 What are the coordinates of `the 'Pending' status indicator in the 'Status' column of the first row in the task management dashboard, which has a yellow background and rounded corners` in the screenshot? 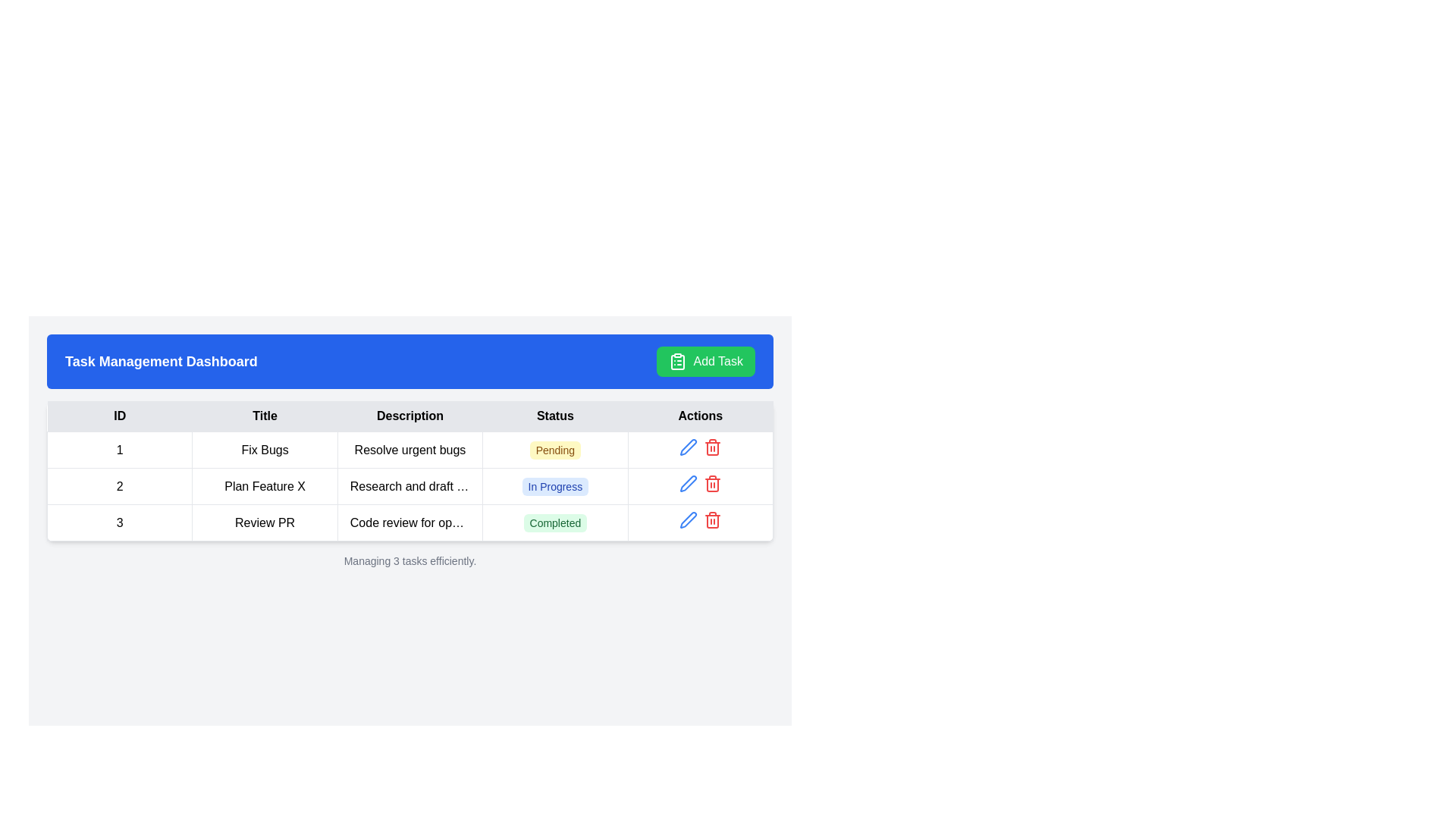 It's located at (554, 449).